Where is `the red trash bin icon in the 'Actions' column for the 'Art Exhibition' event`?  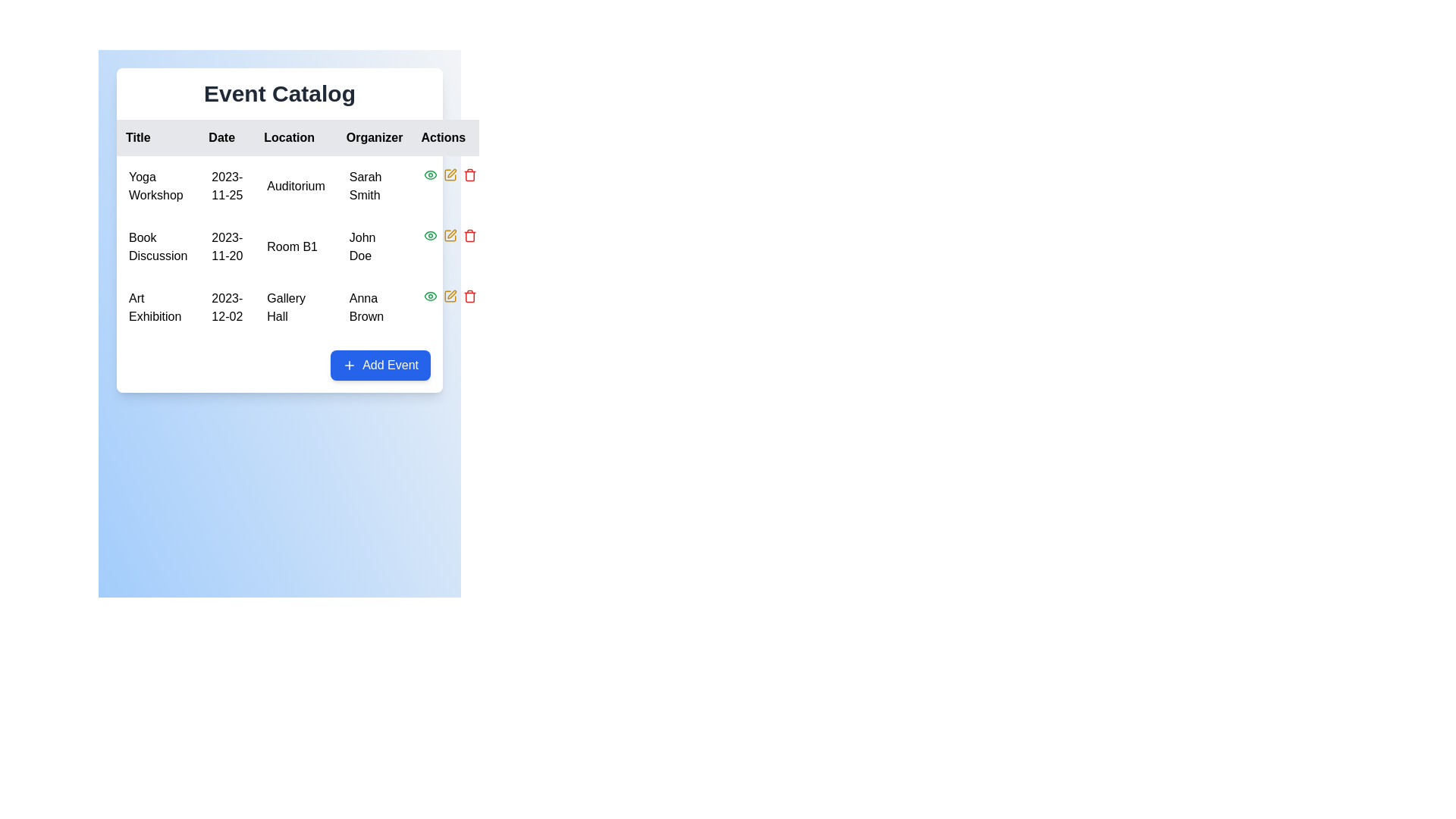
the red trash bin icon in the 'Actions' column for the 'Art Exhibition' event is located at coordinates (469, 296).